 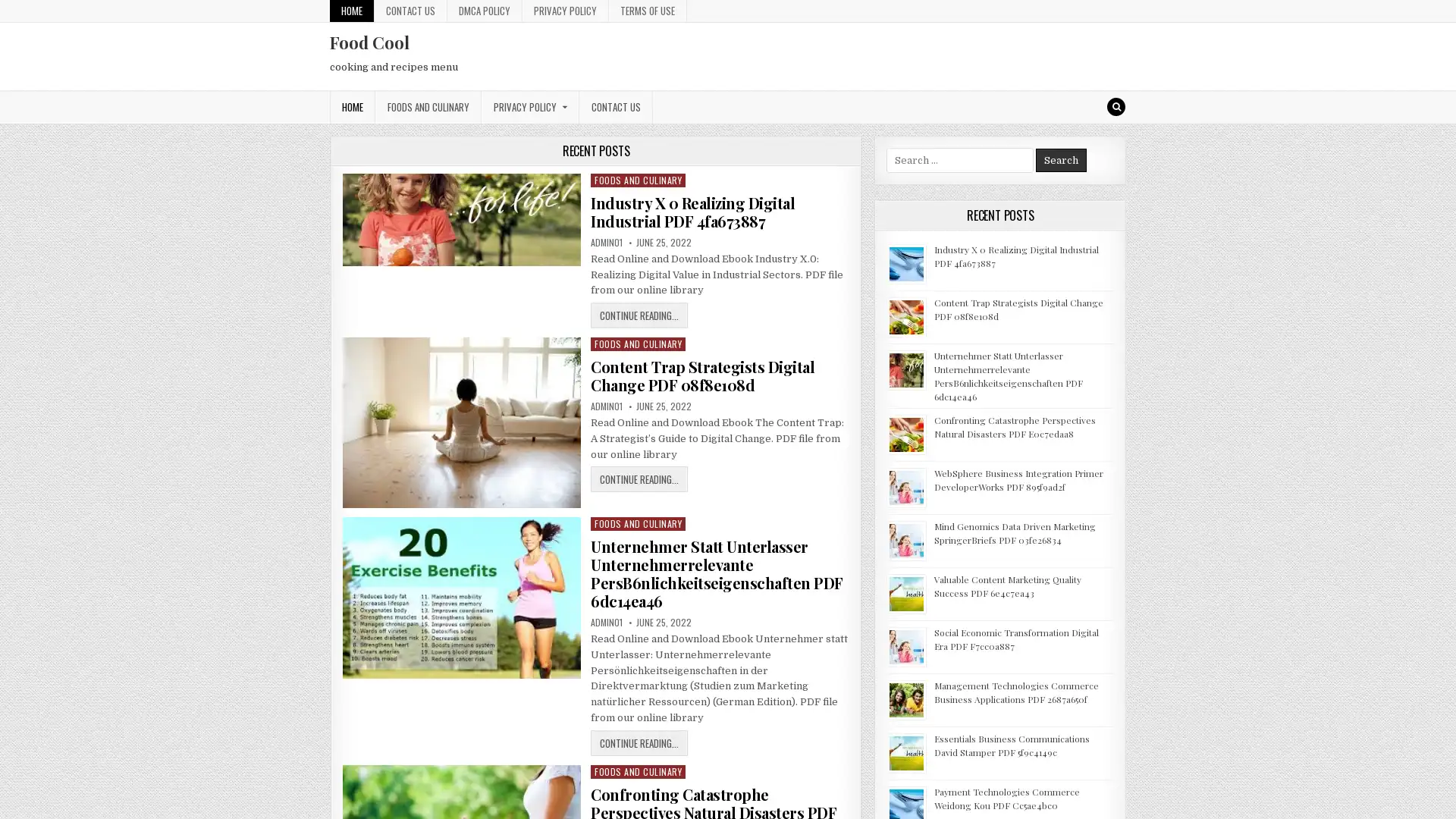 What do you see at coordinates (1060, 160) in the screenshot?
I see `Search` at bounding box center [1060, 160].